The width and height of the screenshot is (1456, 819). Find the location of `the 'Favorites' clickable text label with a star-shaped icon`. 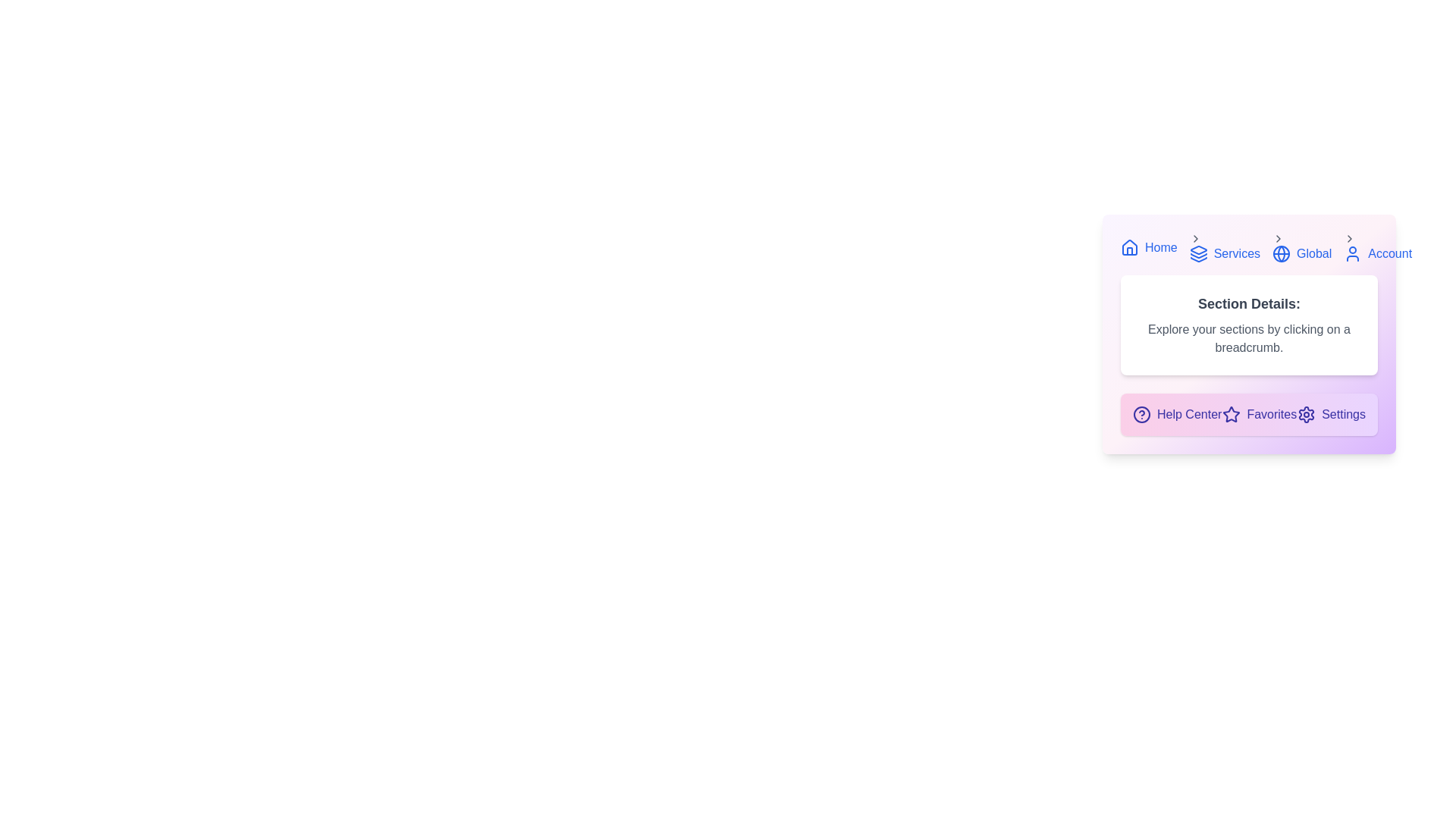

the 'Favorites' clickable text label with a star-shaped icon is located at coordinates (1260, 415).